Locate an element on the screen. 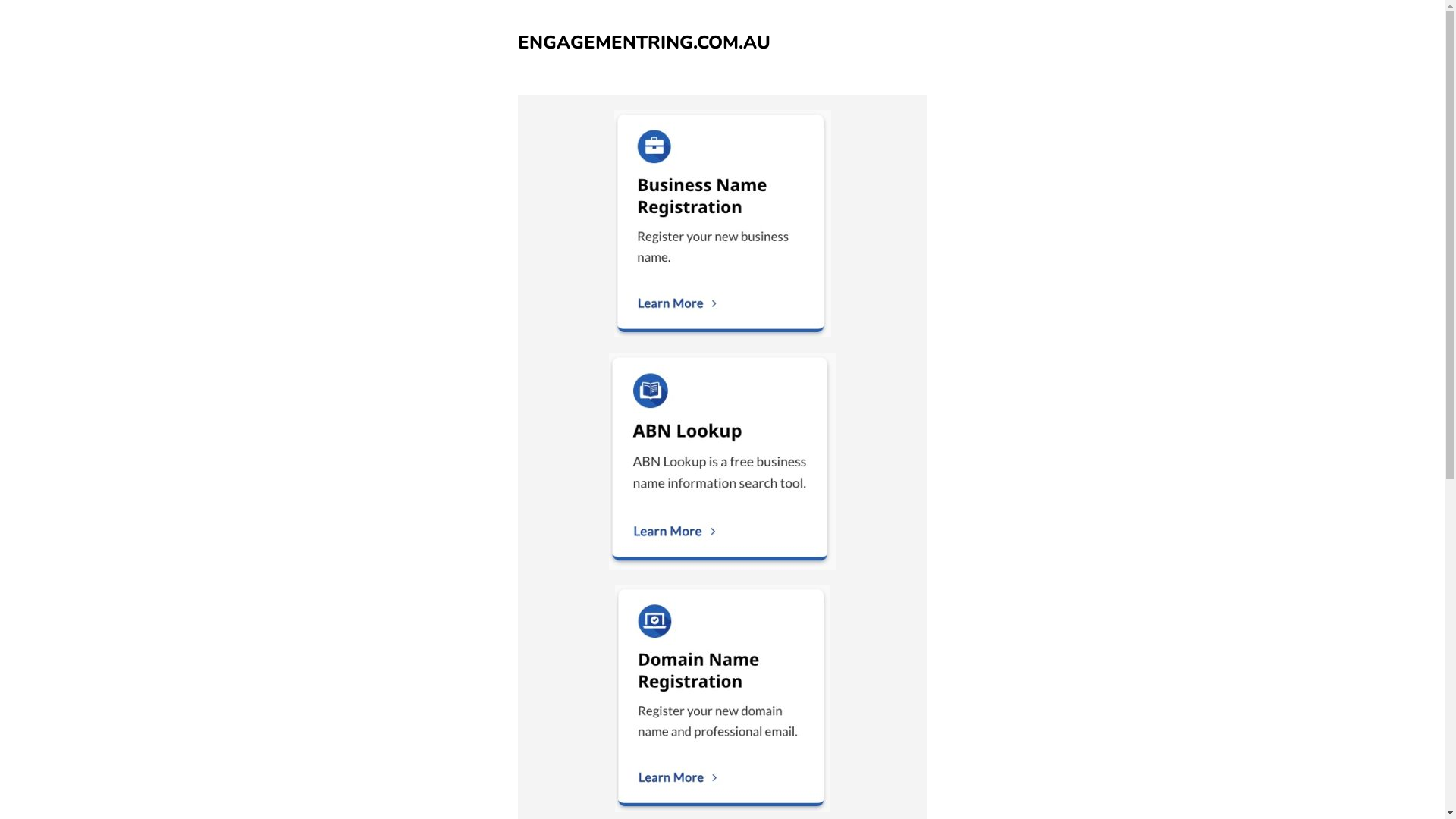 This screenshot has width=1456, height=819. 'ENGAGEMENTRING.COM.AU' is located at coordinates (643, 42).